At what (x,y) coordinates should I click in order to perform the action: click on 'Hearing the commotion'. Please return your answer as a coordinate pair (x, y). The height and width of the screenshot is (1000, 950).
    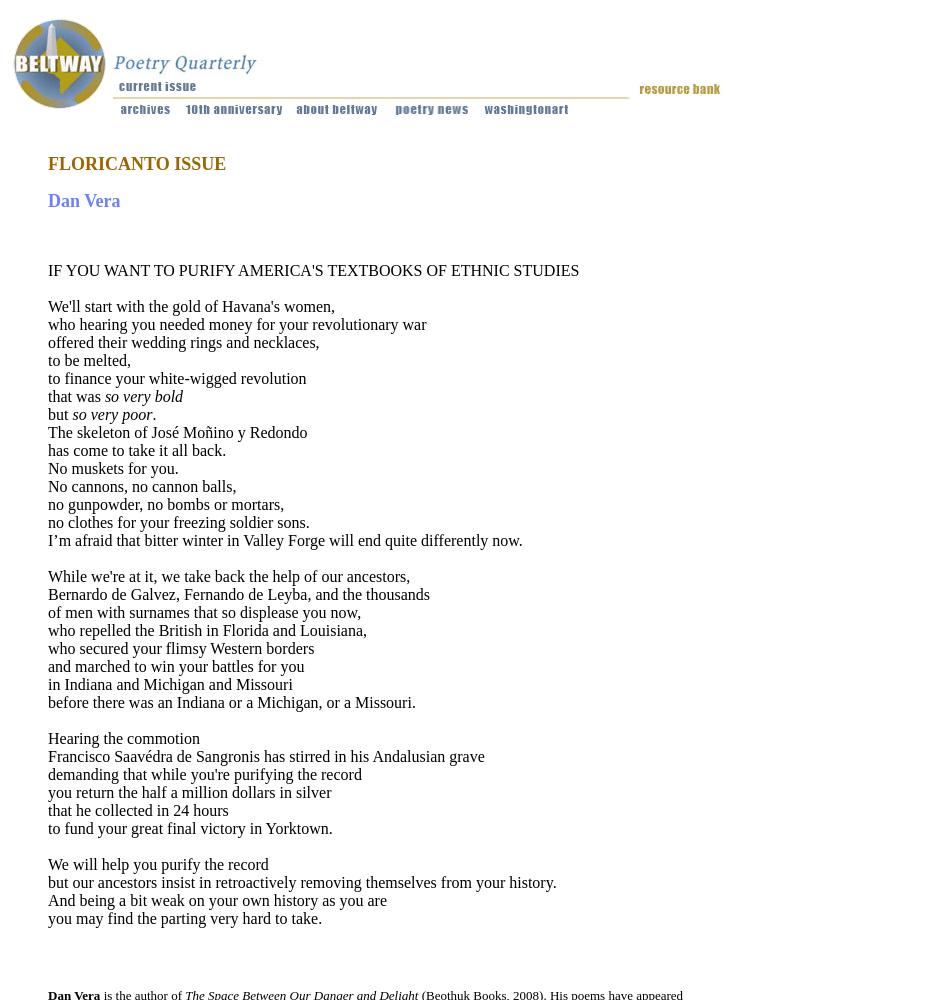
    Looking at the image, I should click on (123, 737).